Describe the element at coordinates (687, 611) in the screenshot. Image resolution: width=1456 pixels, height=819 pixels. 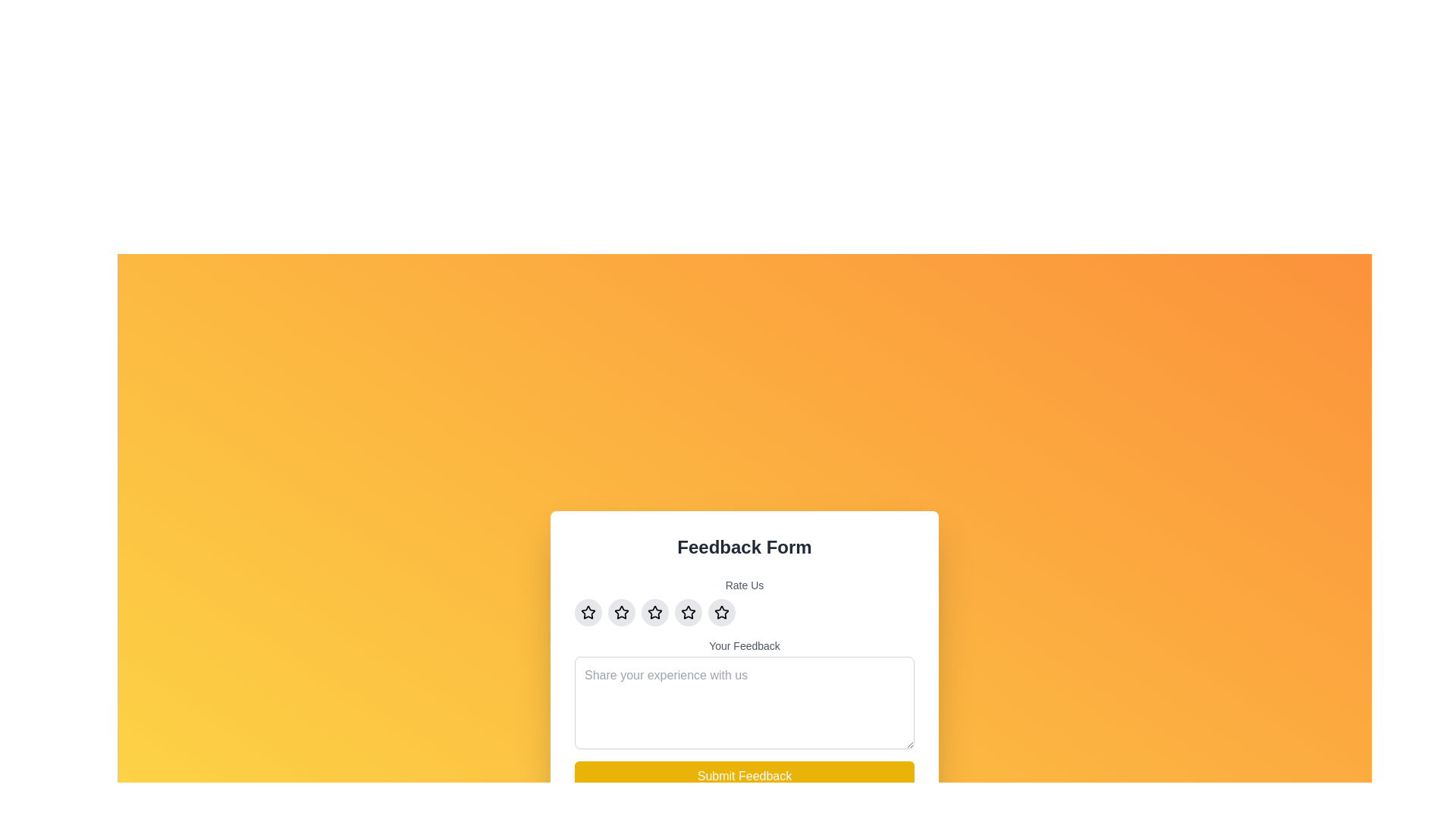
I see `the star icon button` at that location.